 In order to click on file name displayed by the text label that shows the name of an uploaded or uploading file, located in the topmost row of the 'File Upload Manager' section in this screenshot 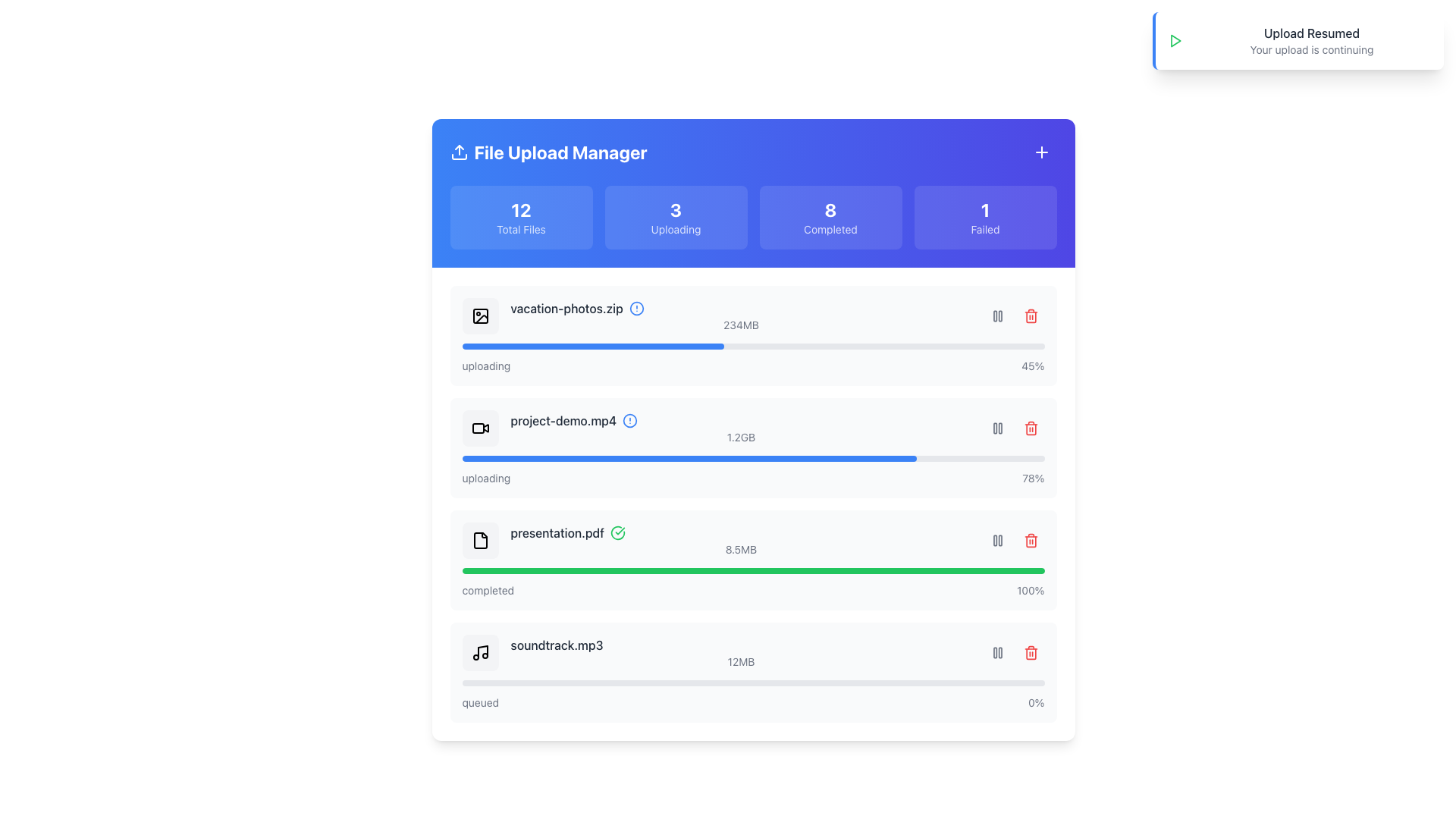, I will do `click(566, 308)`.